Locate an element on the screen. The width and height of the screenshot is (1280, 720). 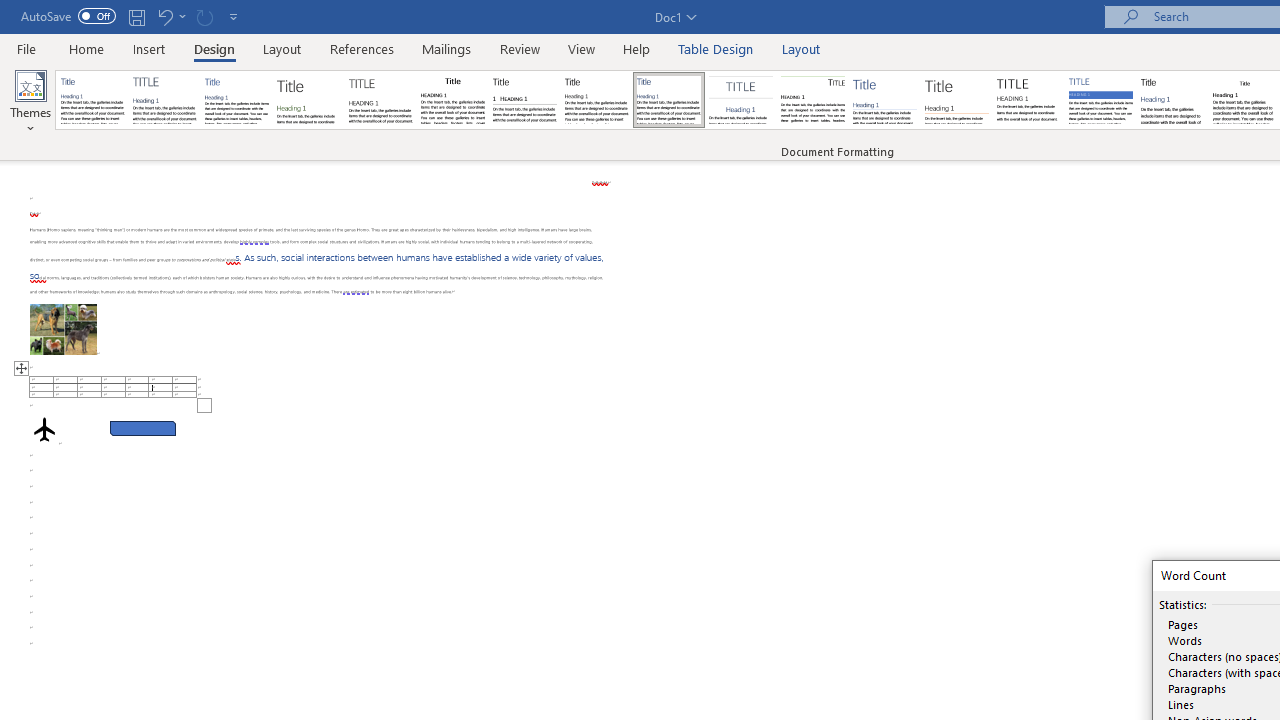
'Black & White (Classic)' is located at coordinates (452, 100).